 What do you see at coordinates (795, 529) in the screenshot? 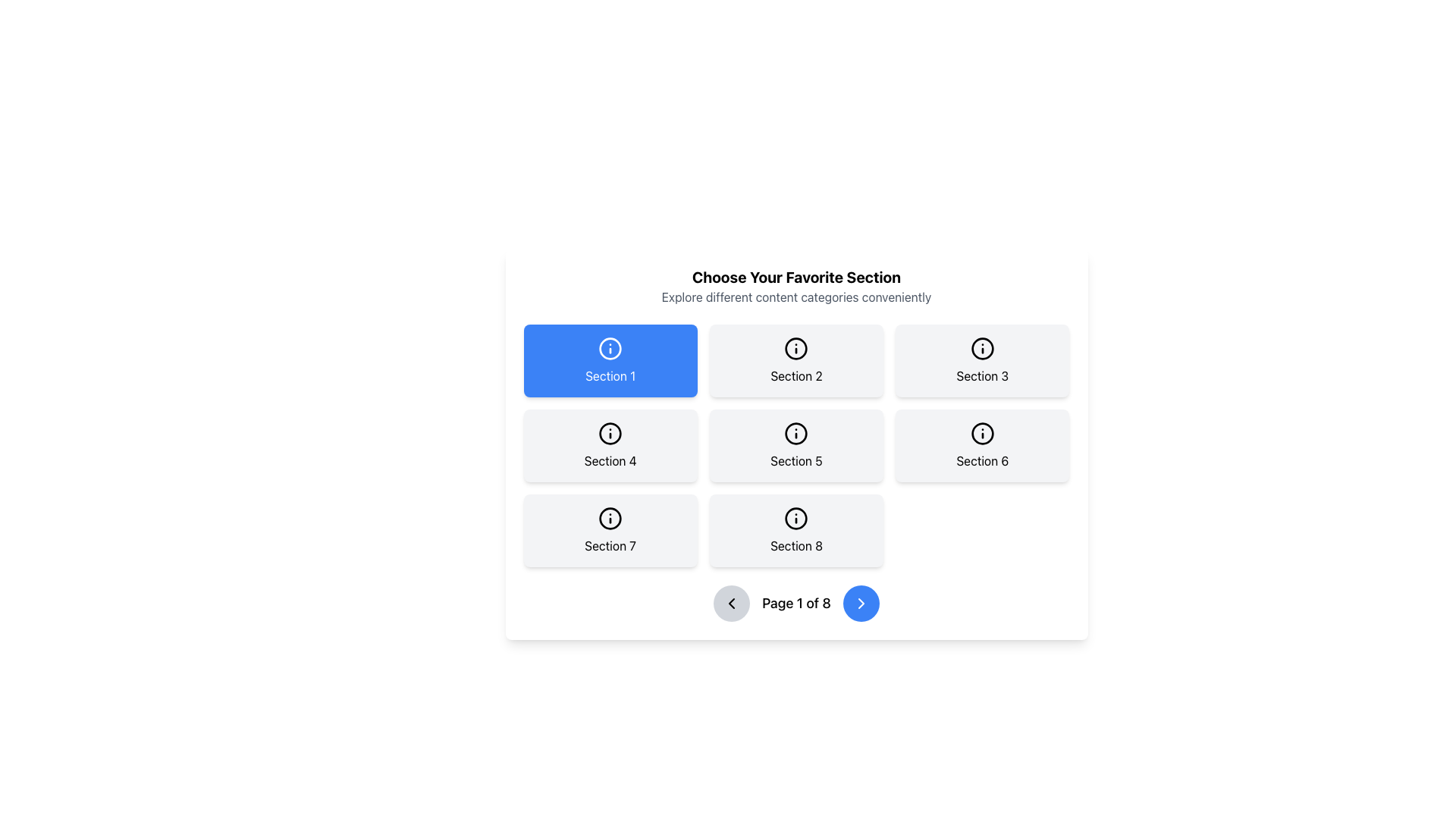
I see `the button labeled 'Section 8' with an information symbol, which is part of a grid layout in the third row and third column` at bounding box center [795, 529].